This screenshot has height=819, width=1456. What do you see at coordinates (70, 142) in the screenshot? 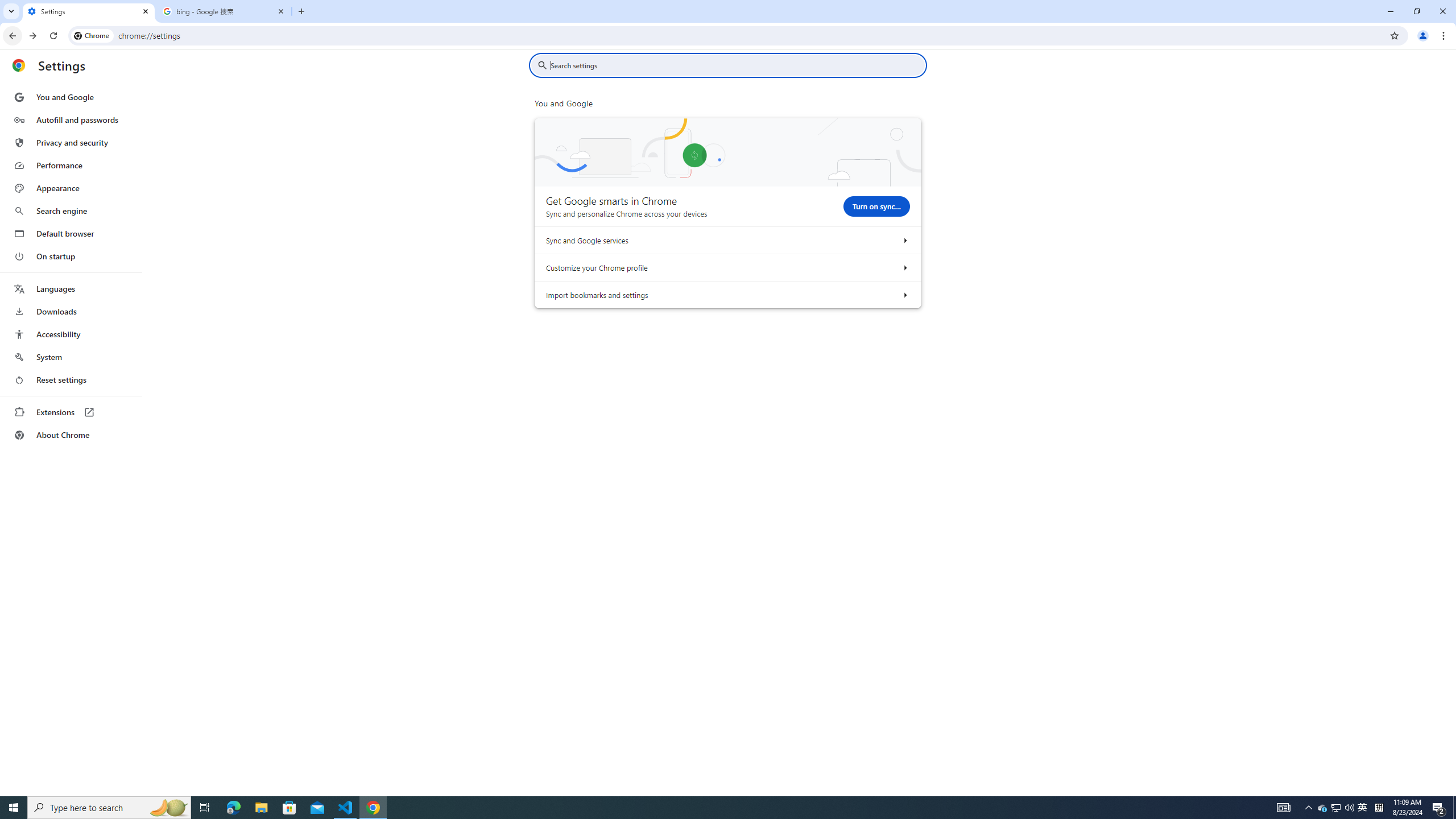
I see `'Privacy and security'` at bounding box center [70, 142].